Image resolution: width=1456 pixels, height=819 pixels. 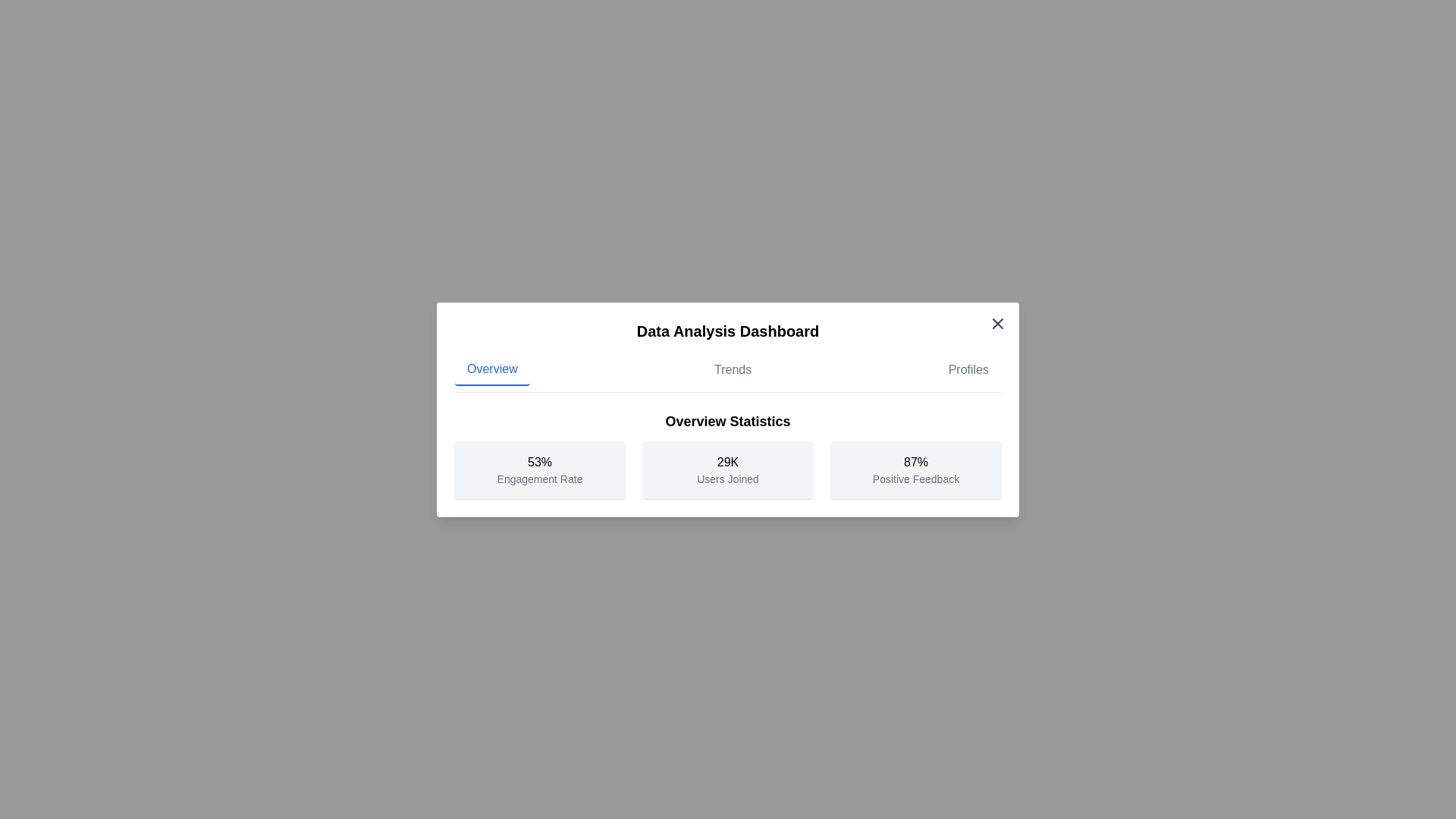 I want to click on the 'Engagement Rate' text label in the top-left section of the statistics block, which visually indicates the engagement metric, so click(x=539, y=461).